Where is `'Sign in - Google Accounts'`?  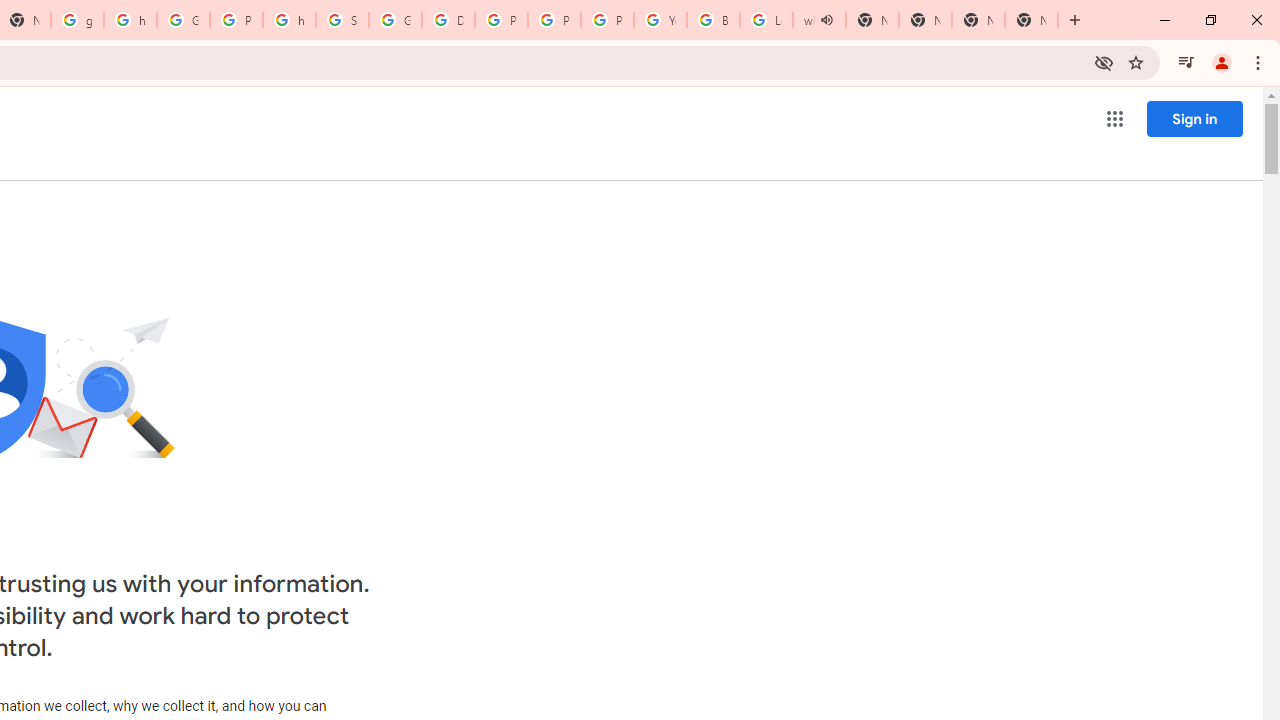 'Sign in - Google Accounts' is located at coordinates (342, 20).